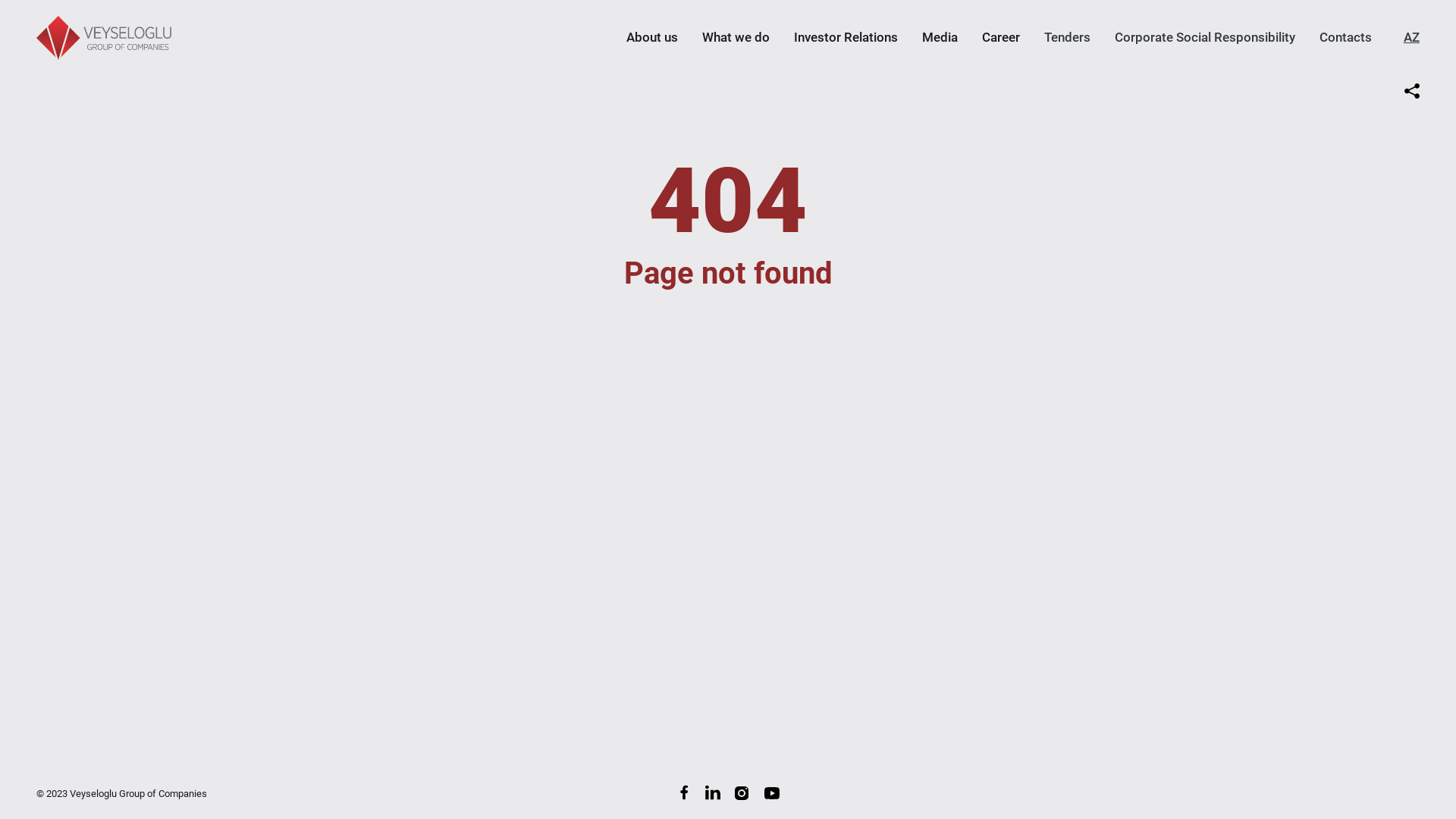  What do you see at coordinates (939, 36) in the screenshot?
I see `'Media'` at bounding box center [939, 36].